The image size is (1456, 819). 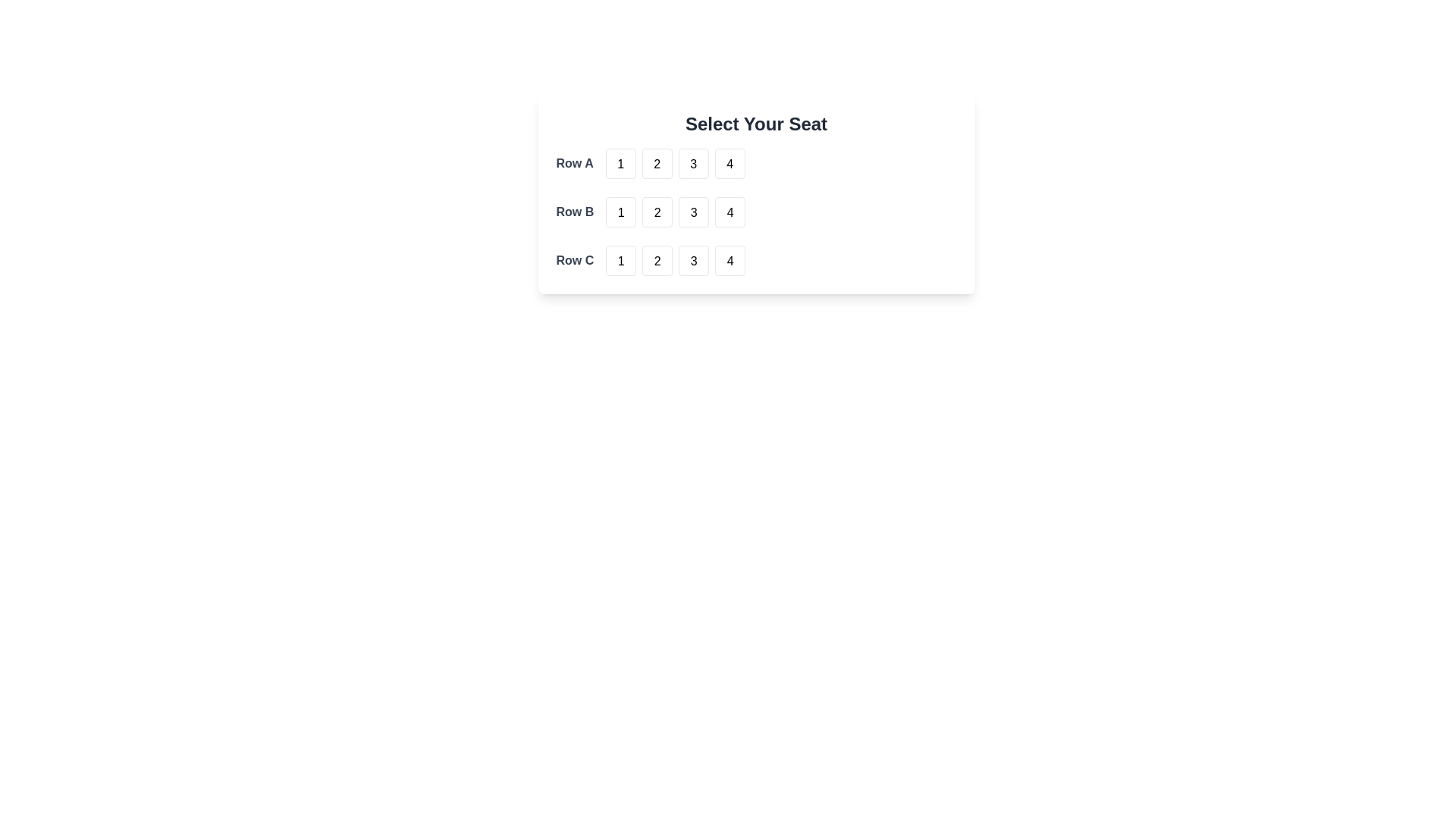 What do you see at coordinates (692, 164) in the screenshot?
I see `the square button labeled '3' located in Row A under the header 'Select Your Seat'` at bounding box center [692, 164].